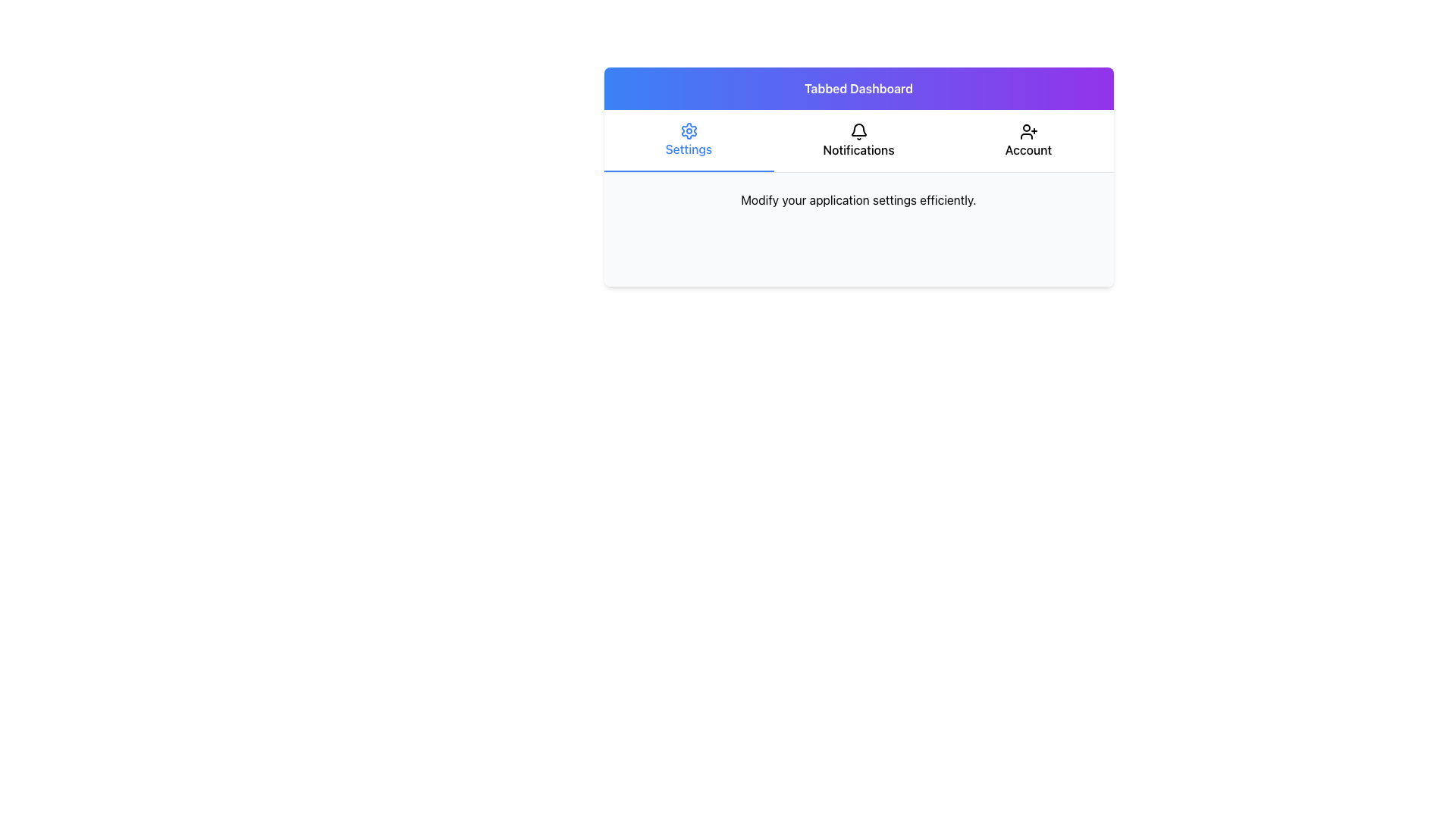  I want to click on the gear-shaped icon with a blue outline, so click(688, 130).